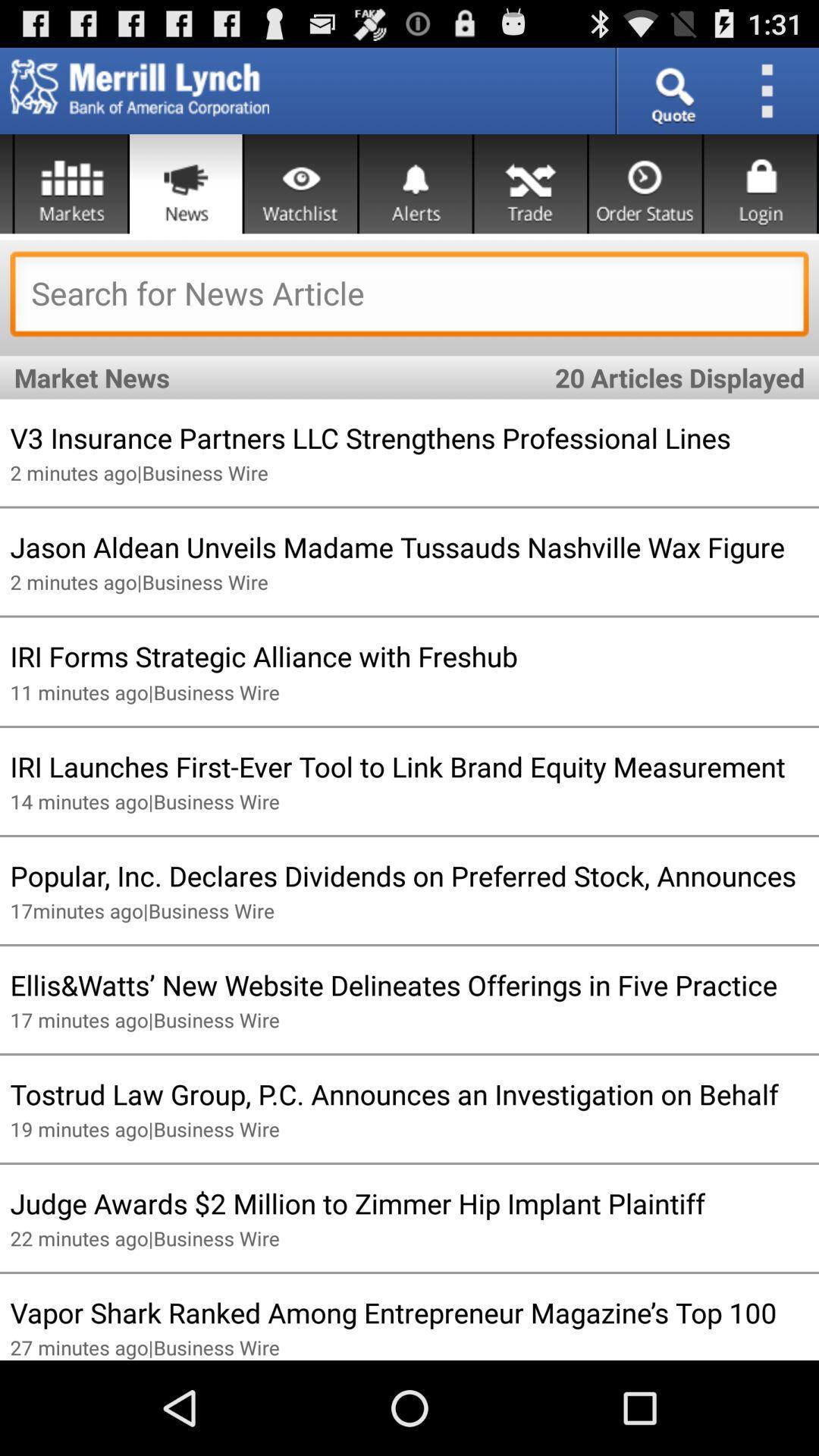 The width and height of the screenshot is (819, 1456). Describe the element at coordinates (300, 196) in the screenshot. I see `the visibility icon` at that location.